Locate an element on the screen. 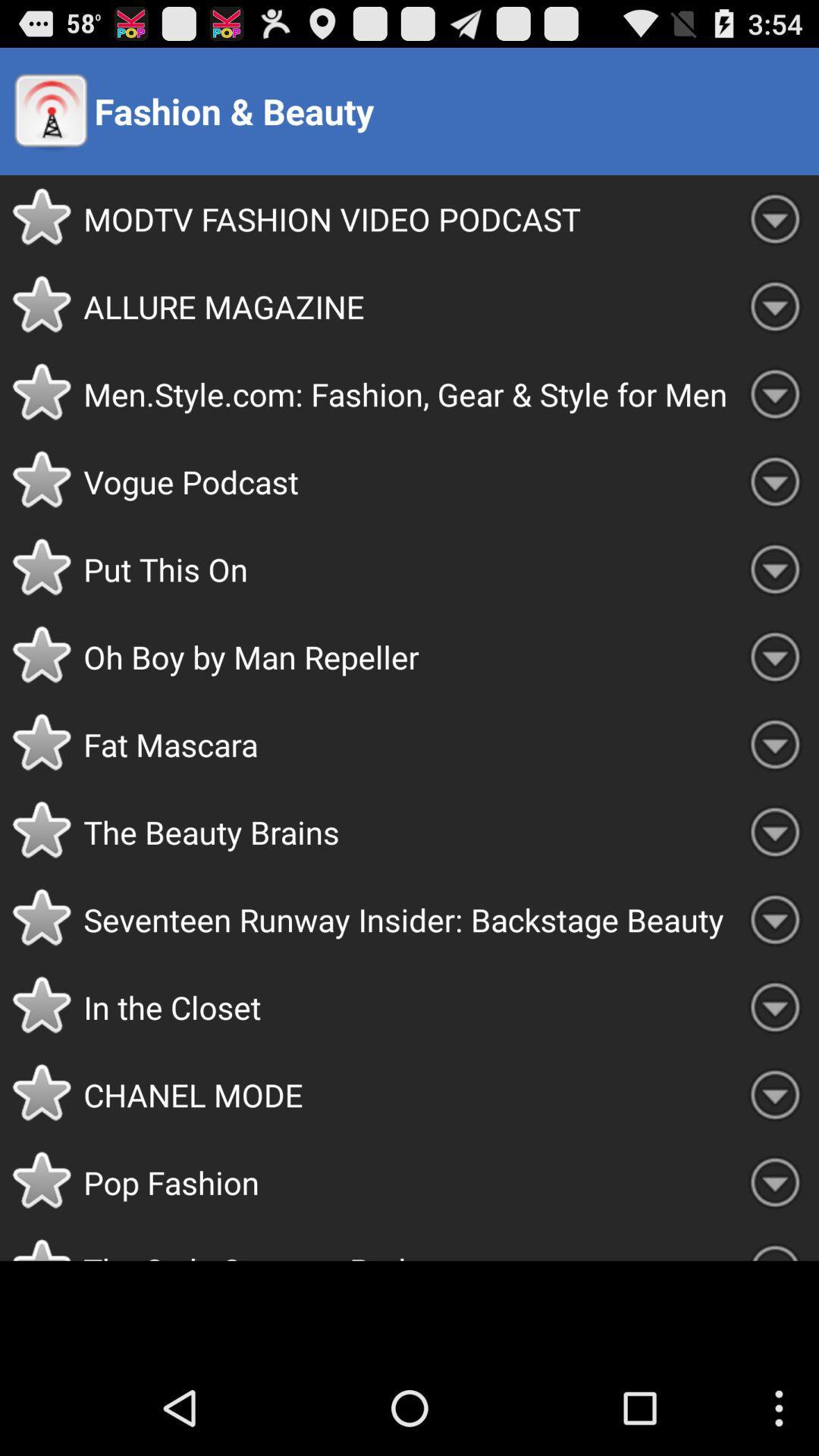 Image resolution: width=819 pixels, height=1456 pixels. the fat mascara app is located at coordinates (406, 744).